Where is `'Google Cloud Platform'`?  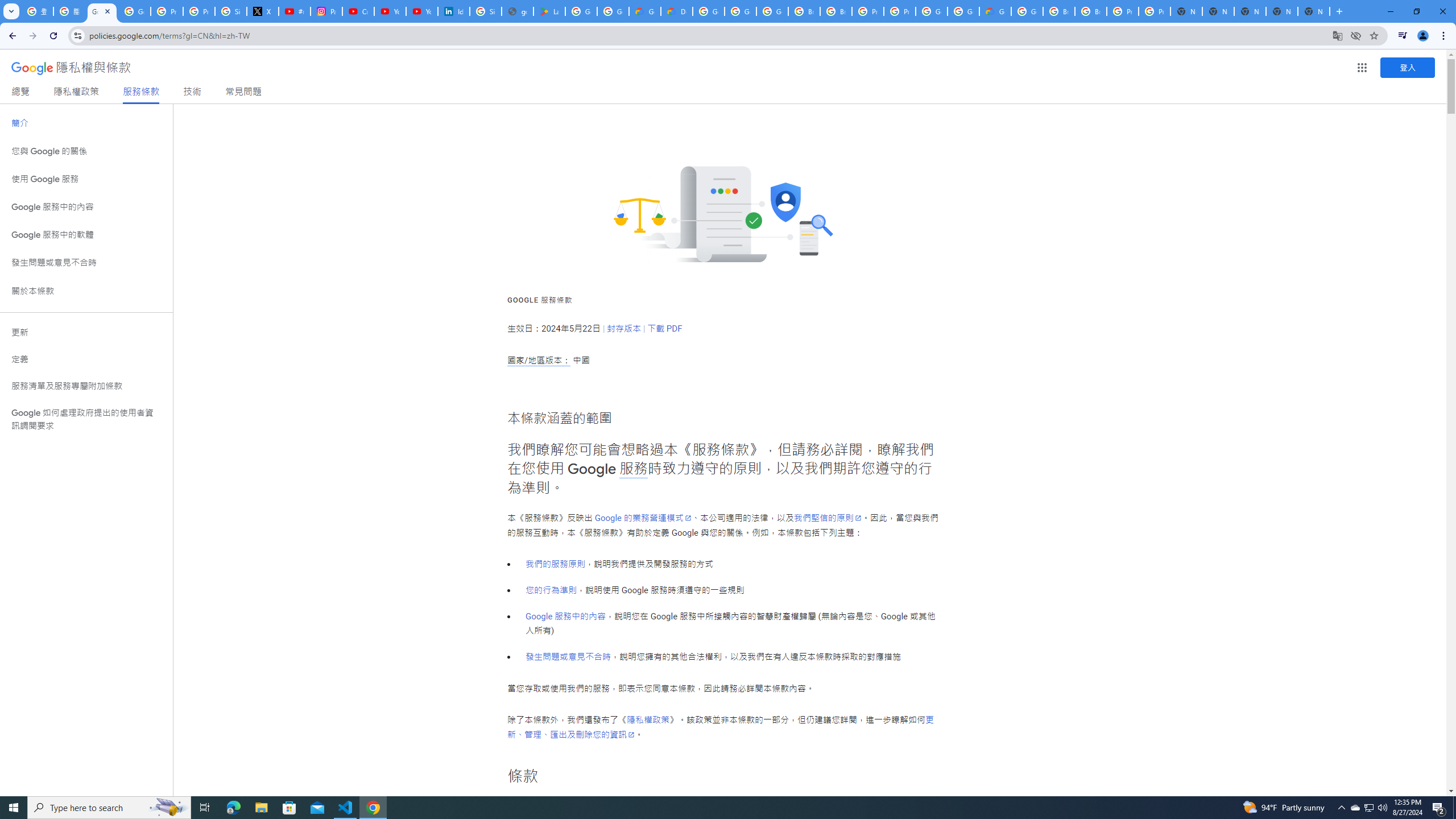
'Google Cloud Platform' is located at coordinates (962, 11).